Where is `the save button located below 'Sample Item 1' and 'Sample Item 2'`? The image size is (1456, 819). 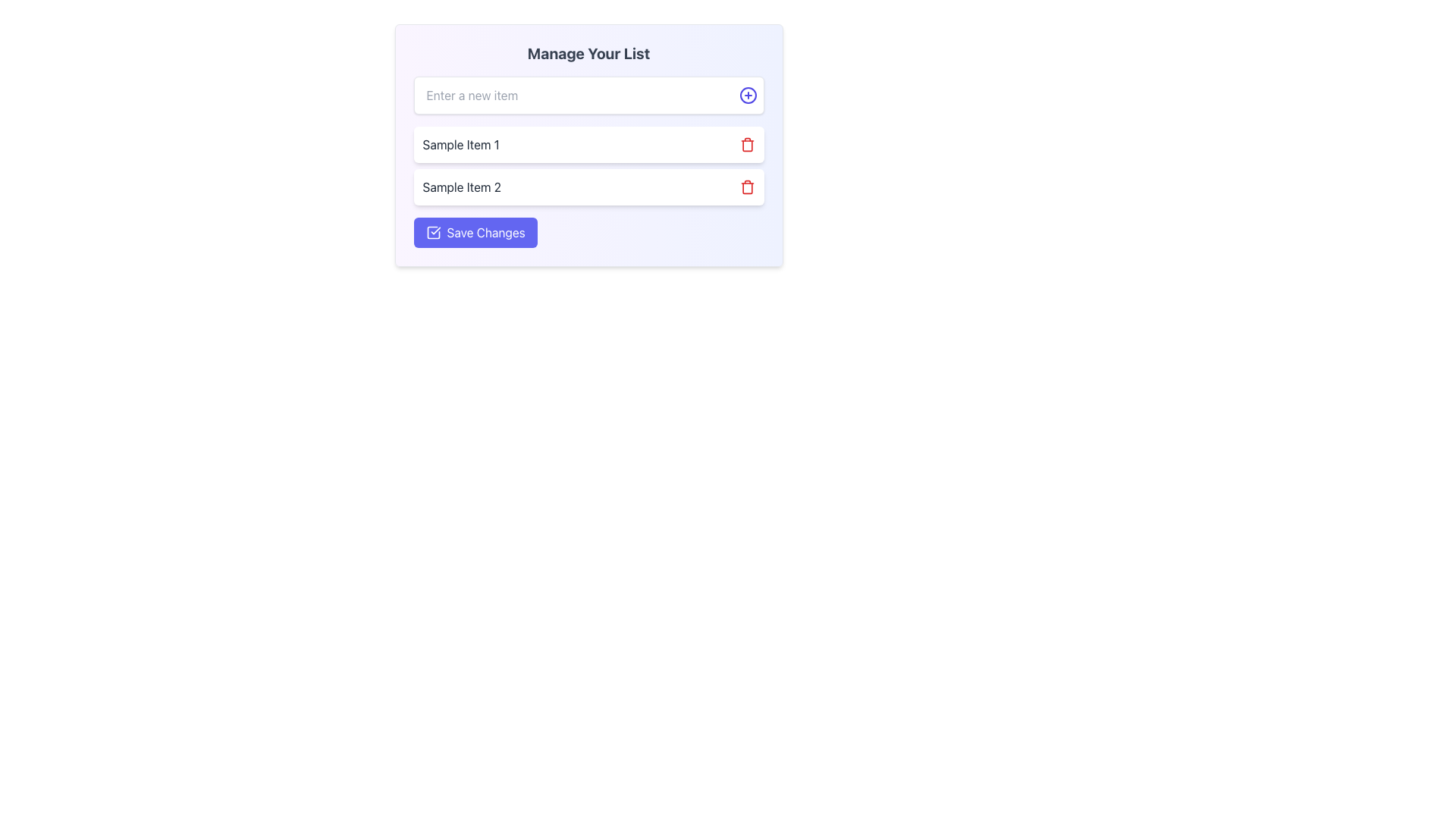 the save button located below 'Sample Item 1' and 'Sample Item 2' is located at coordinates (475, 233).